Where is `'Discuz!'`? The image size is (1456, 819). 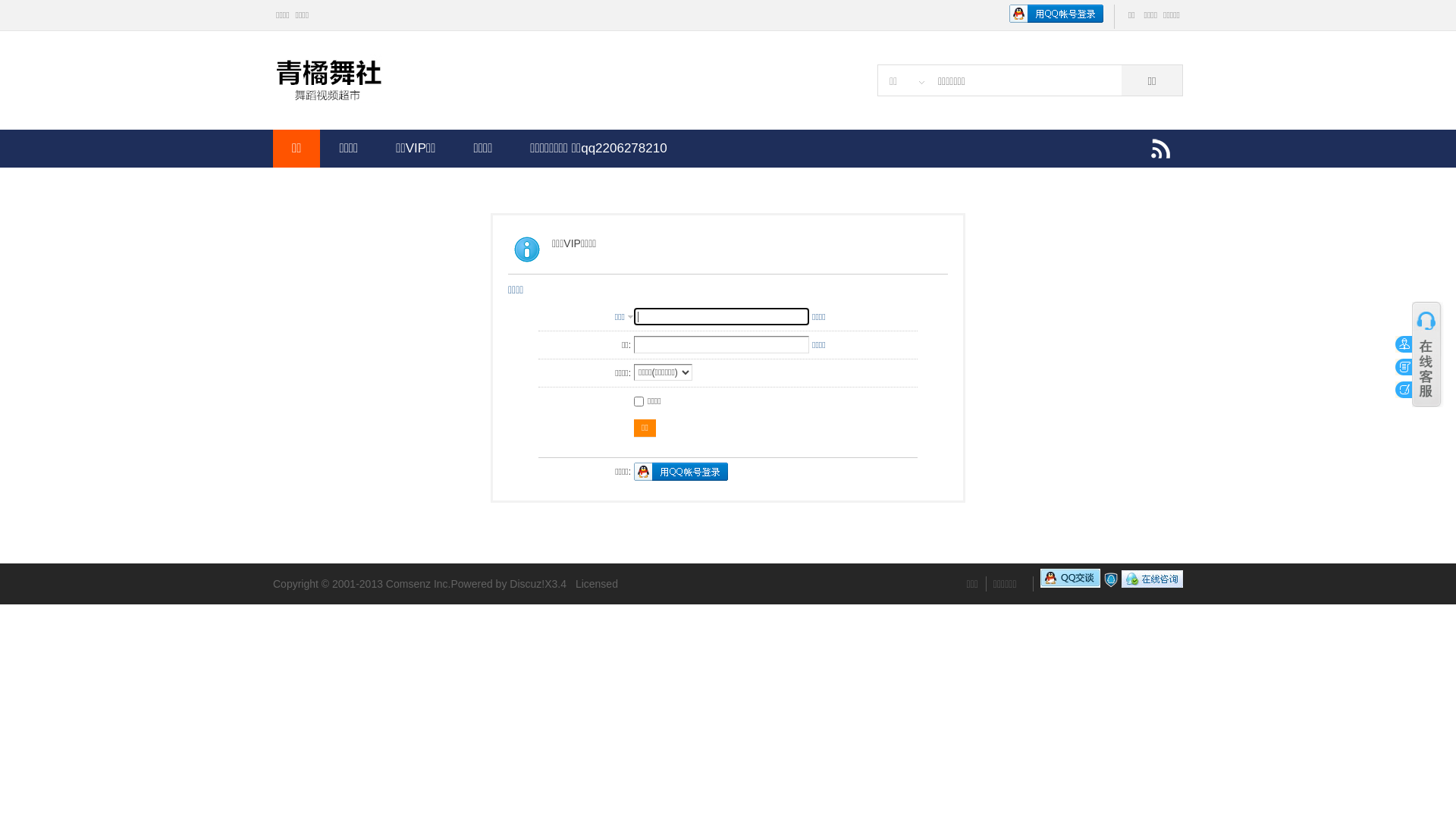 'Discuz!' is located at coordinates (527, 583).